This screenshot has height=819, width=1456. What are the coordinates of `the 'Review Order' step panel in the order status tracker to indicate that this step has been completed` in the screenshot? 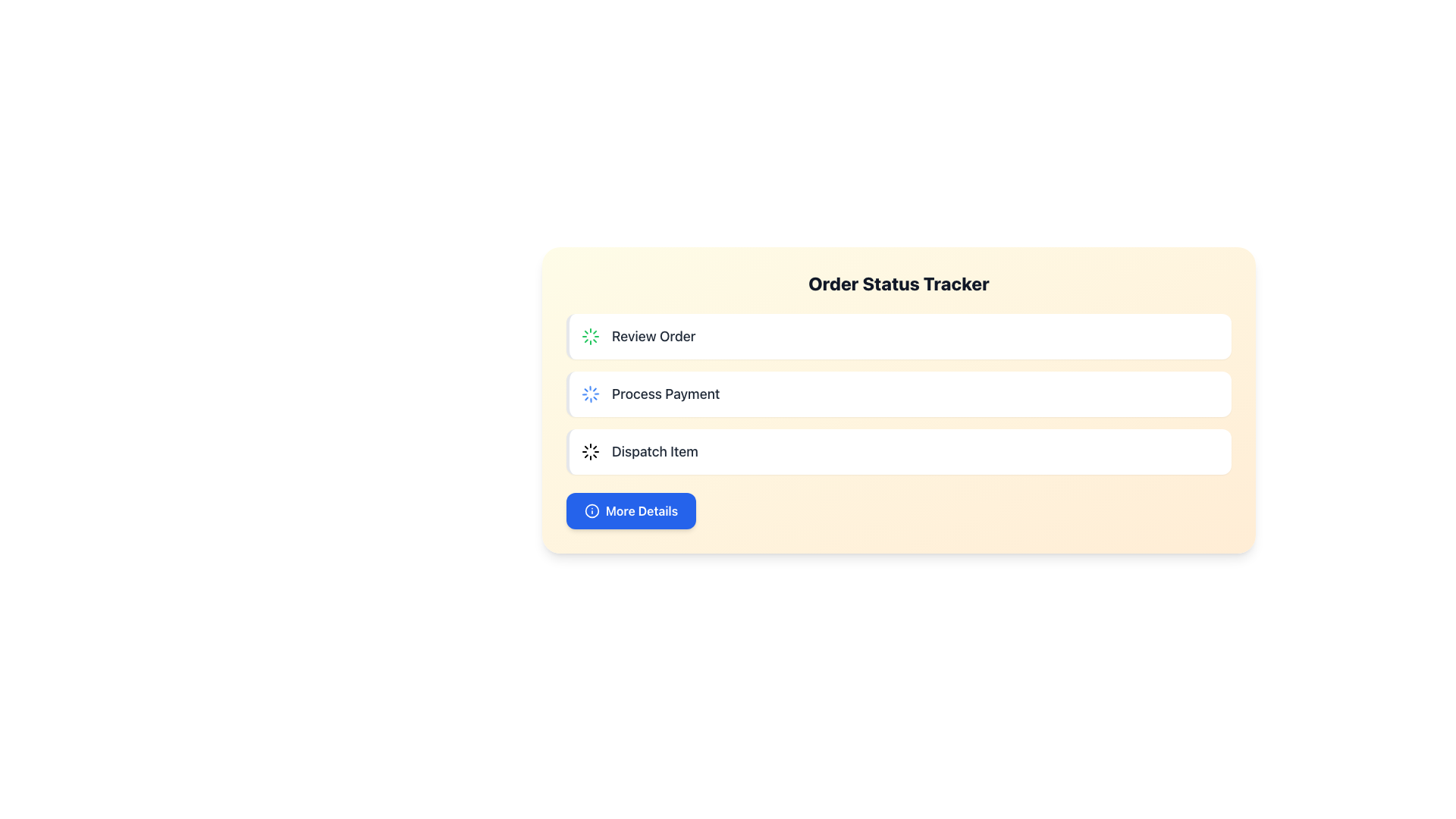 It's located at (899, 335).